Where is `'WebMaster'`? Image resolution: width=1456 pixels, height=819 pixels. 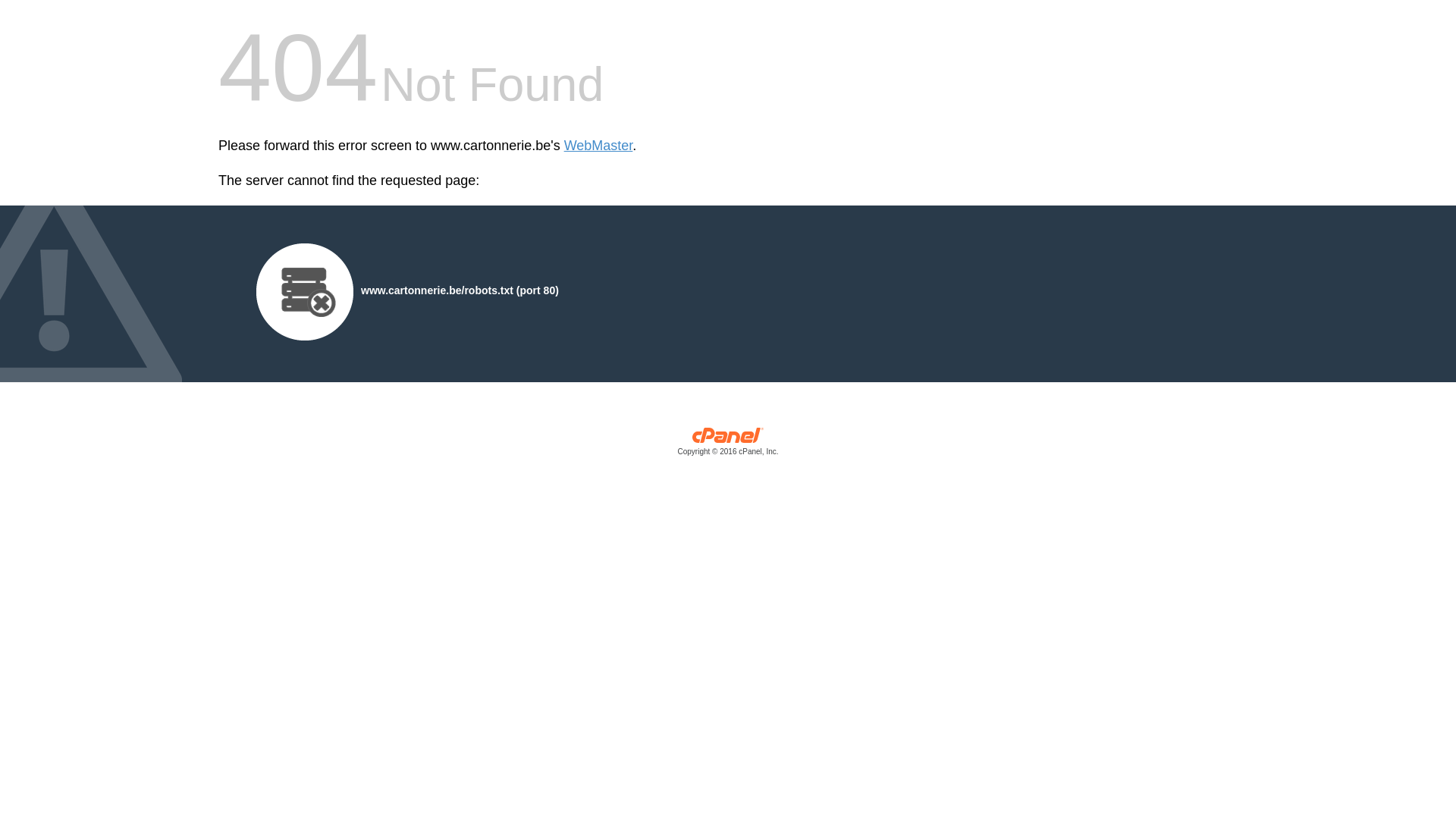 'WebMaster' is located at coordinates (598, 146).